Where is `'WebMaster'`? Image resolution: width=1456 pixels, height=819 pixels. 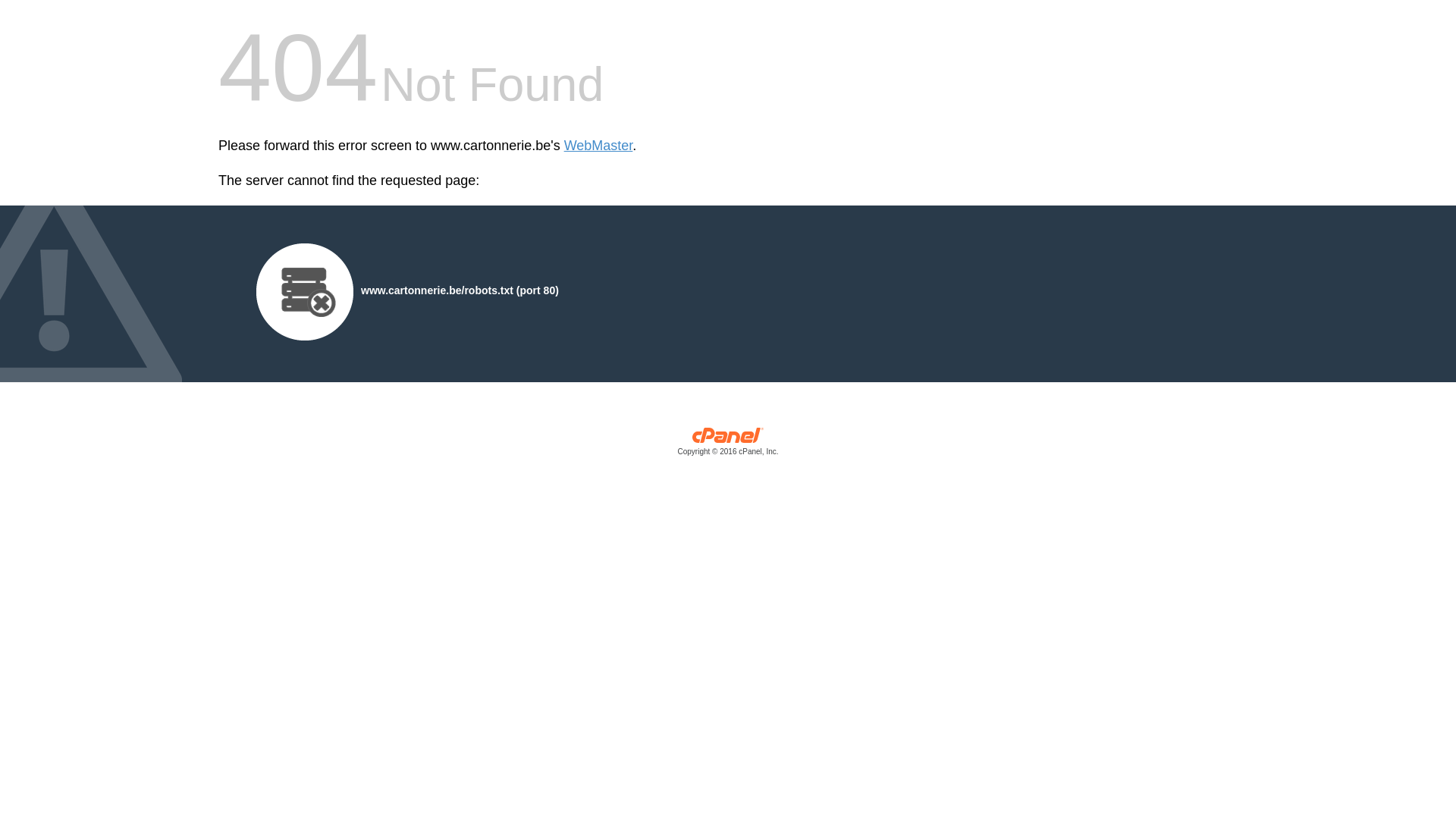 'WebMaster' is located at coordinates (598, 146).